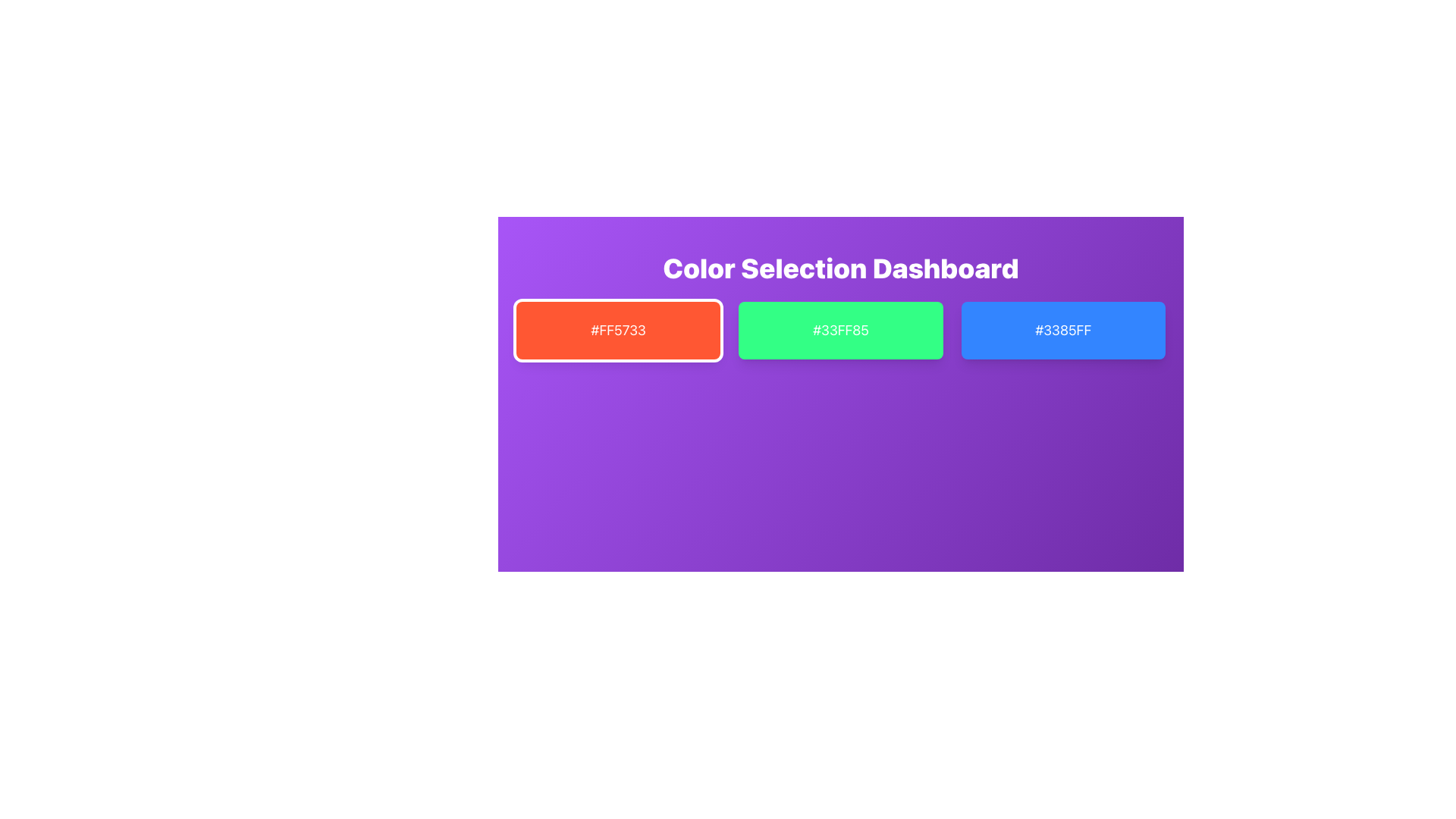 This screenshot has height=819, width=1456. I want to click on the blue button displaying '#3385FF', so click(1062, 329).